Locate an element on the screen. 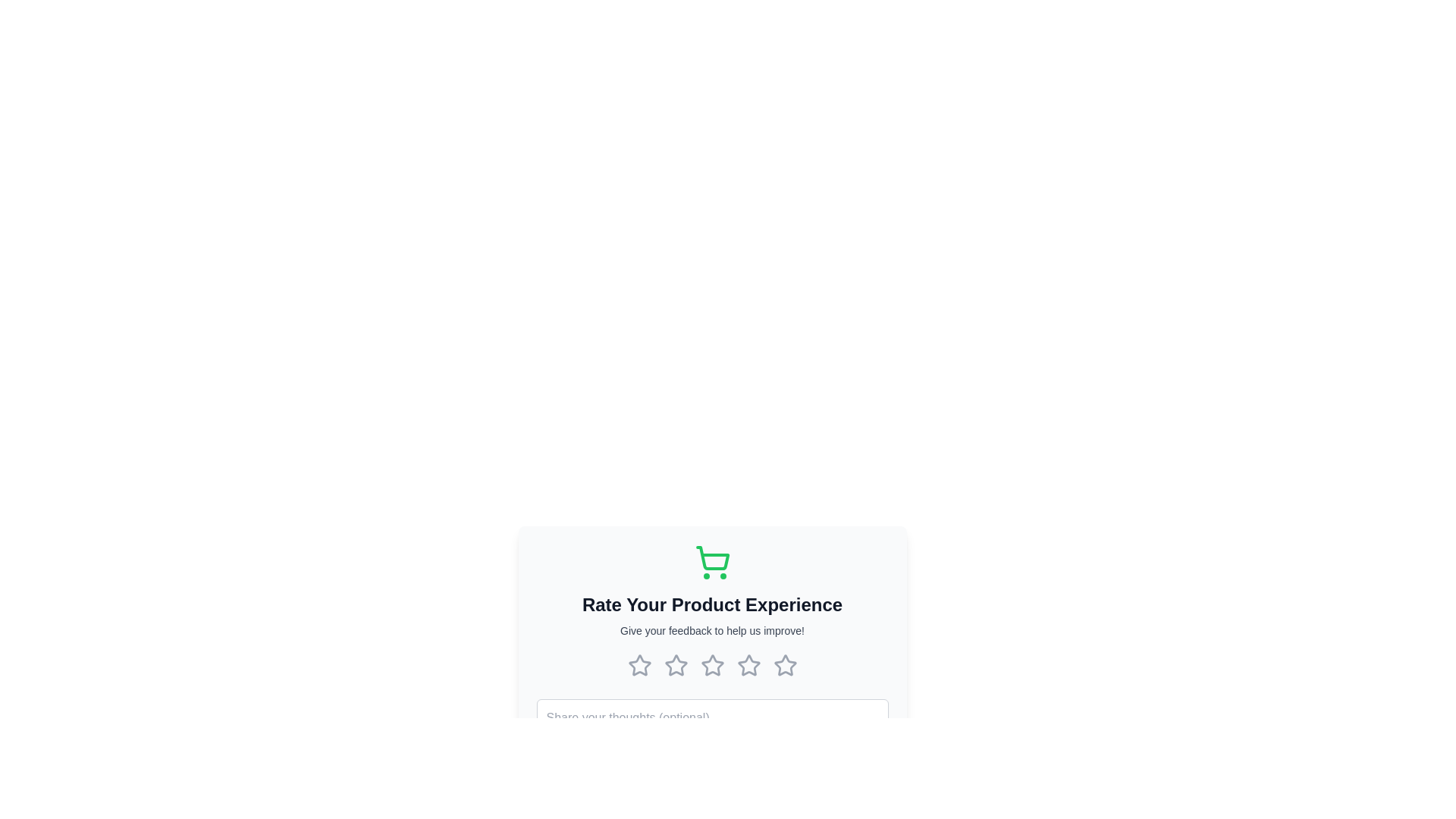 This screenshot has height=819, width=1456. the third star icon in the user rating system is located at coordinates (711, 665).